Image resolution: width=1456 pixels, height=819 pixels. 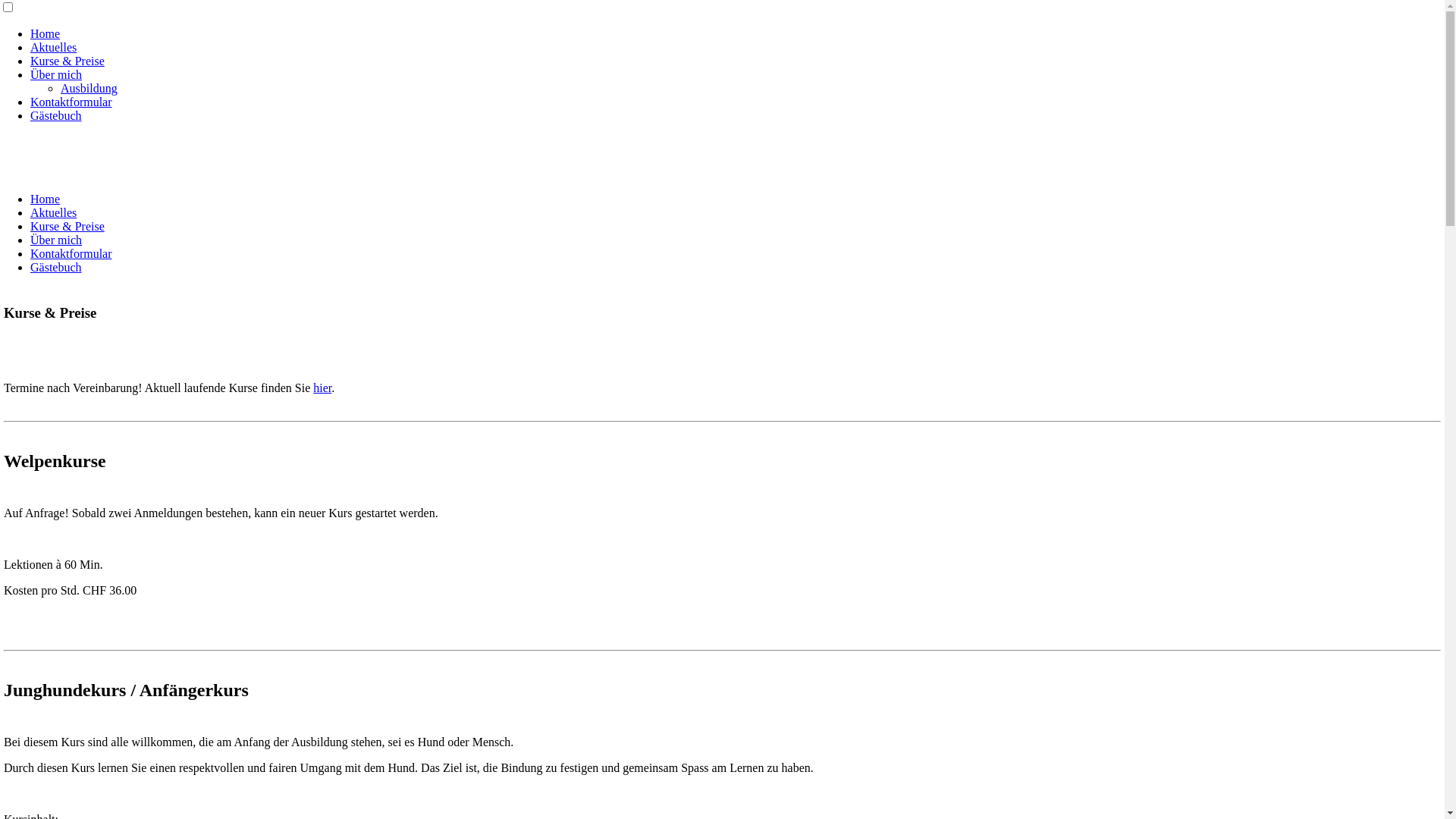 I want to click on 'hier', so click(x=322, y=387).